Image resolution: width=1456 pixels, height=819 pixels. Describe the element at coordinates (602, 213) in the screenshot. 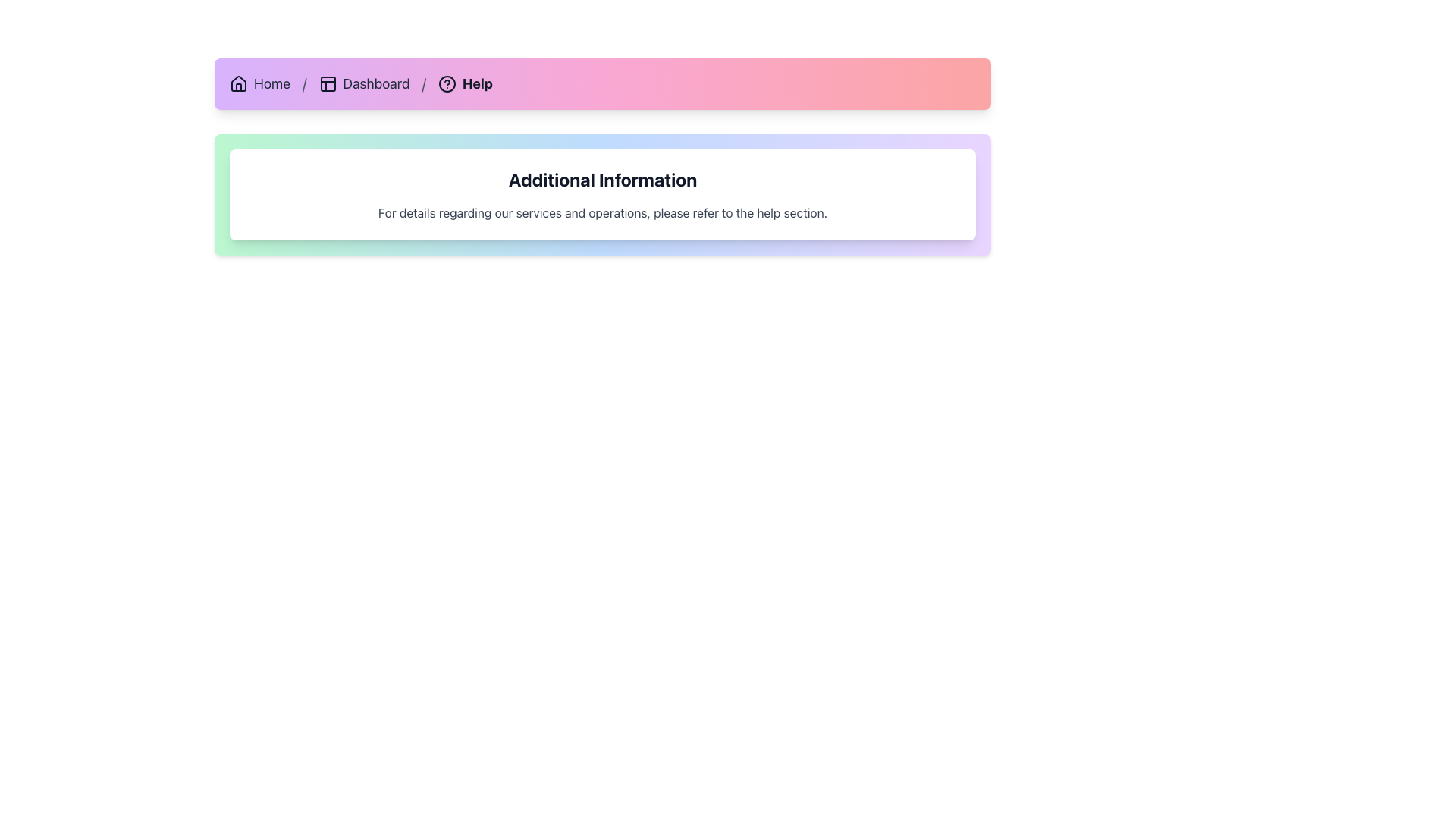

I see `the text block displaying 'For details regarding our services and operations, please refer to the help section.' which is styled in gray and located below the title 'Additional Information.'` at that location.